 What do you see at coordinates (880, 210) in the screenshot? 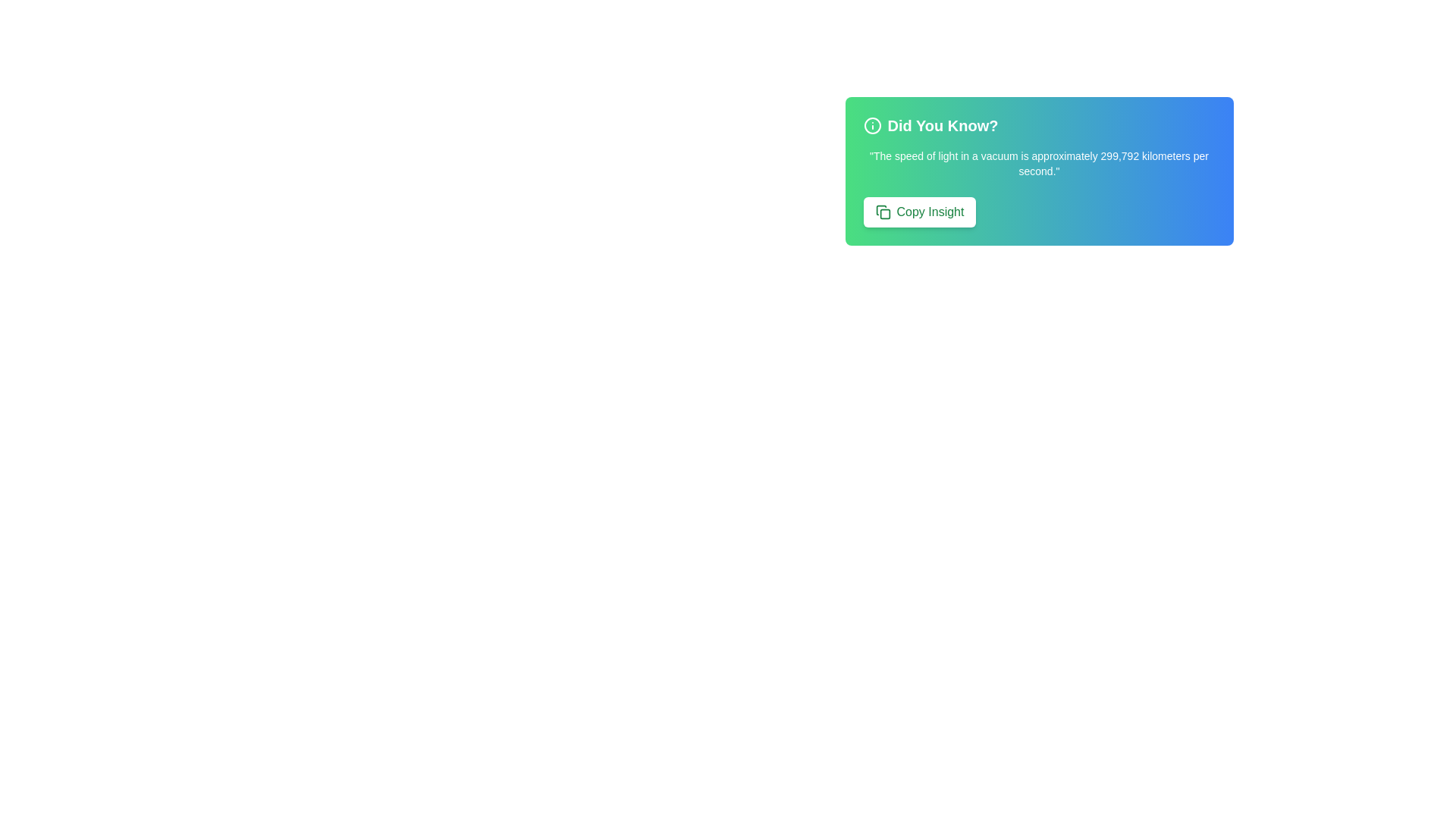
I see `the paper document icon representing a copy action located in the rightmost section of the notification panel` at bounding box center [880, 210].